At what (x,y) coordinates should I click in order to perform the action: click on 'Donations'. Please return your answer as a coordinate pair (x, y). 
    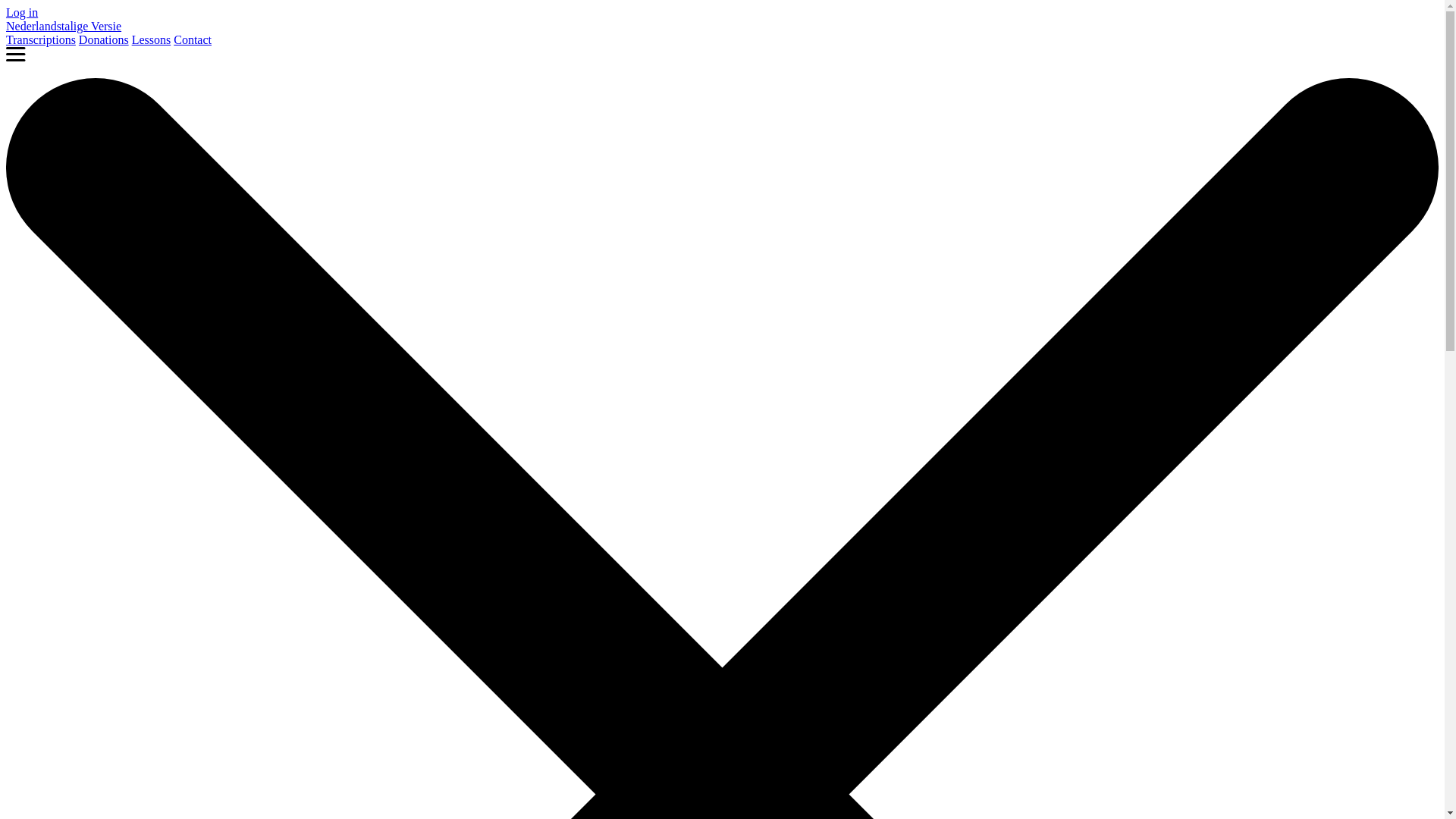
    Looking at the image, I should click on (78, 39).